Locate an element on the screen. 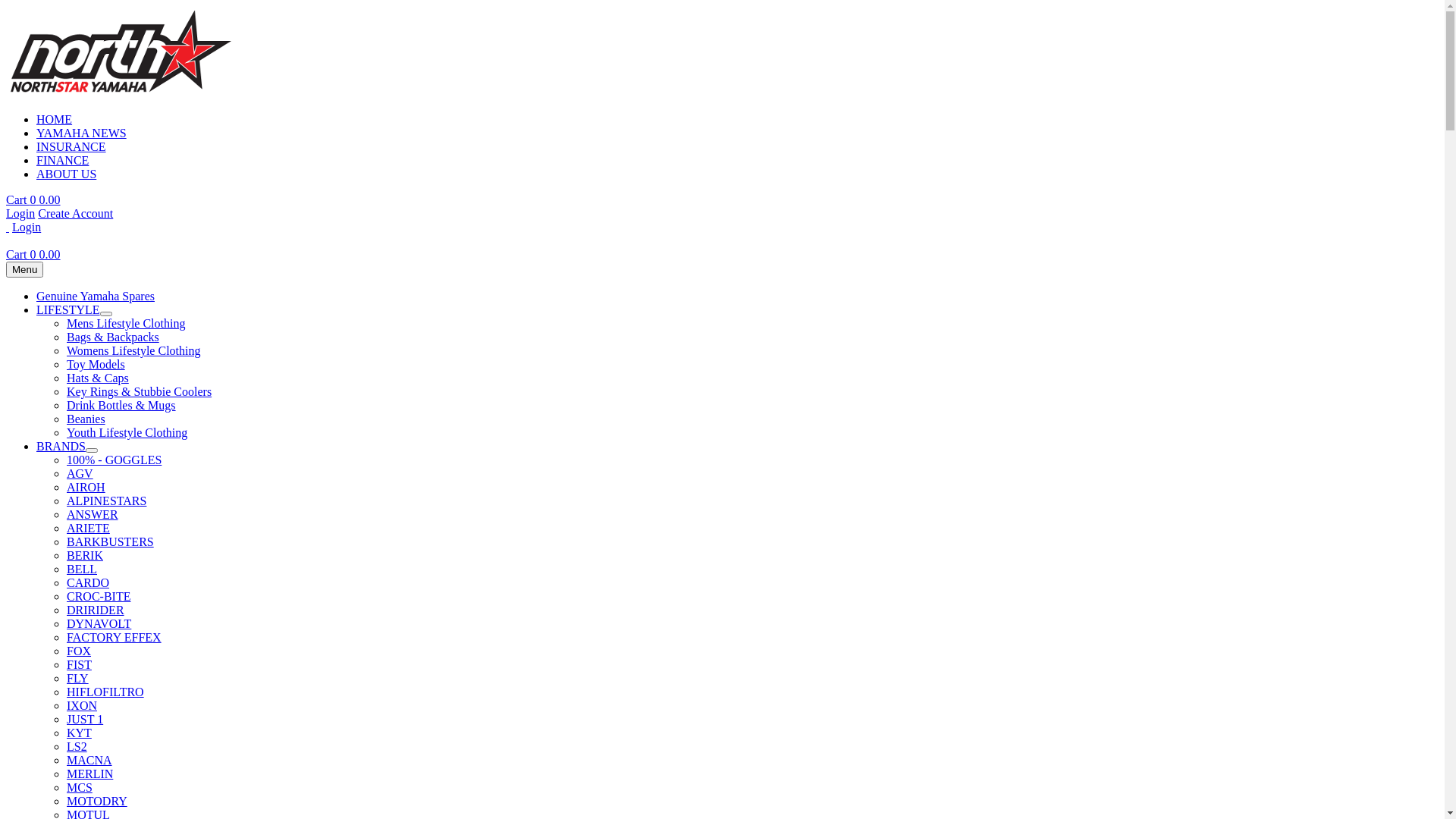  'Mens Lifestyle Clothing' is located at coordinates (126, 322).